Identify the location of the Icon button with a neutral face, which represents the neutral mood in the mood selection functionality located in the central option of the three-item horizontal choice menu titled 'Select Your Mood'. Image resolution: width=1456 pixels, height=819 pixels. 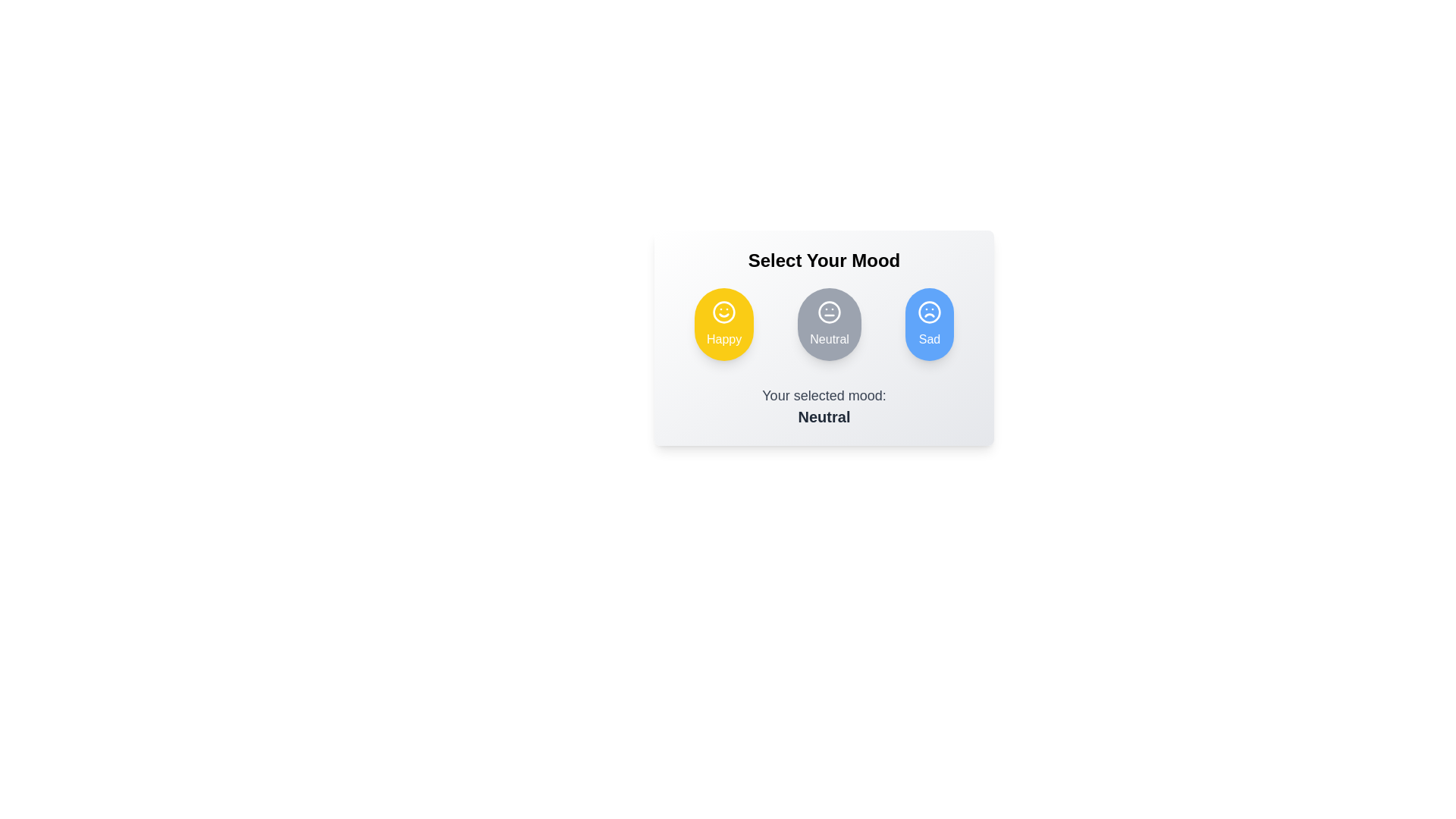
(829, 312).